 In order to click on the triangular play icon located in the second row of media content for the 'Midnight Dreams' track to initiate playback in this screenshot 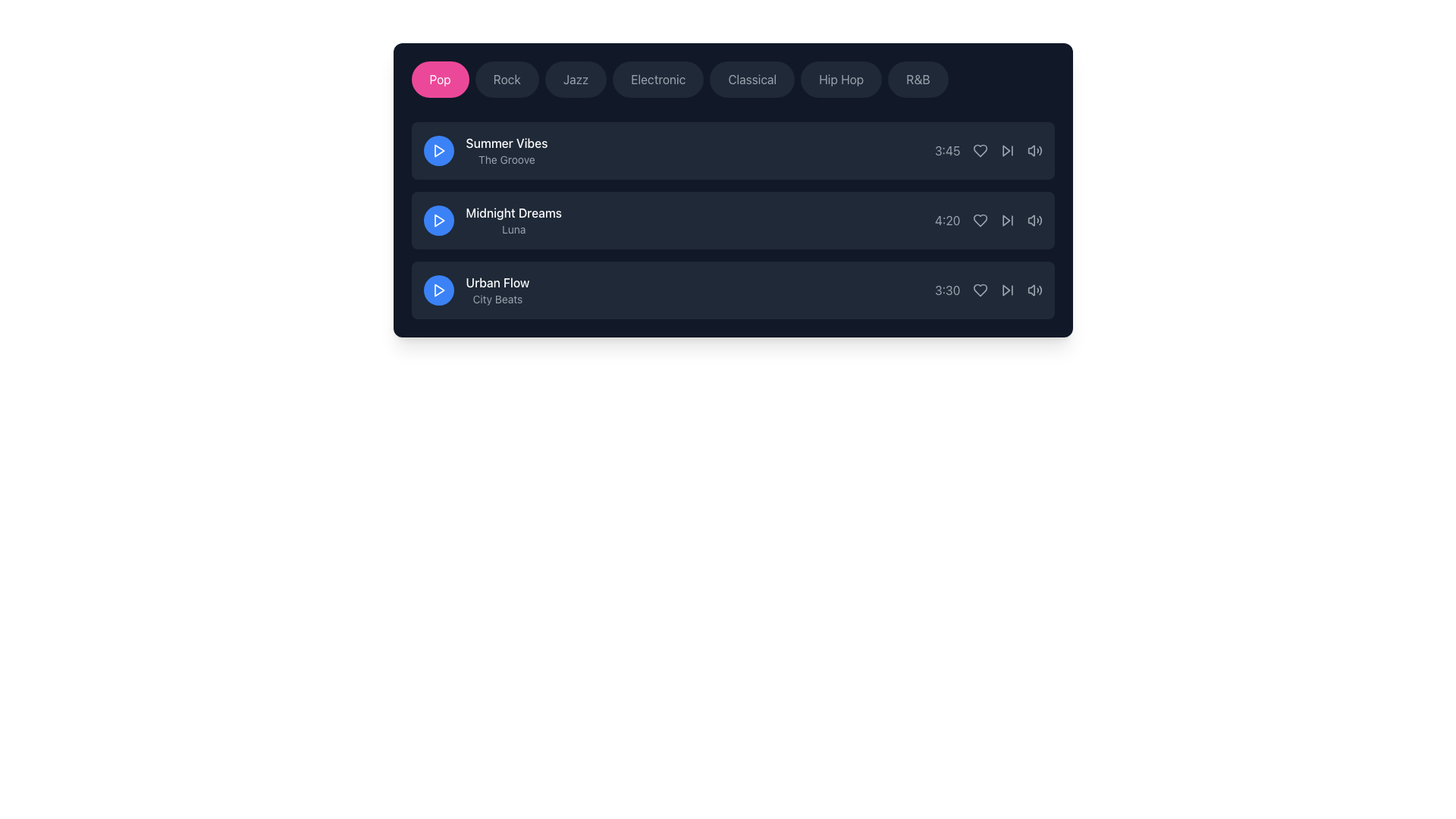, I will do `click(438, 220)`.